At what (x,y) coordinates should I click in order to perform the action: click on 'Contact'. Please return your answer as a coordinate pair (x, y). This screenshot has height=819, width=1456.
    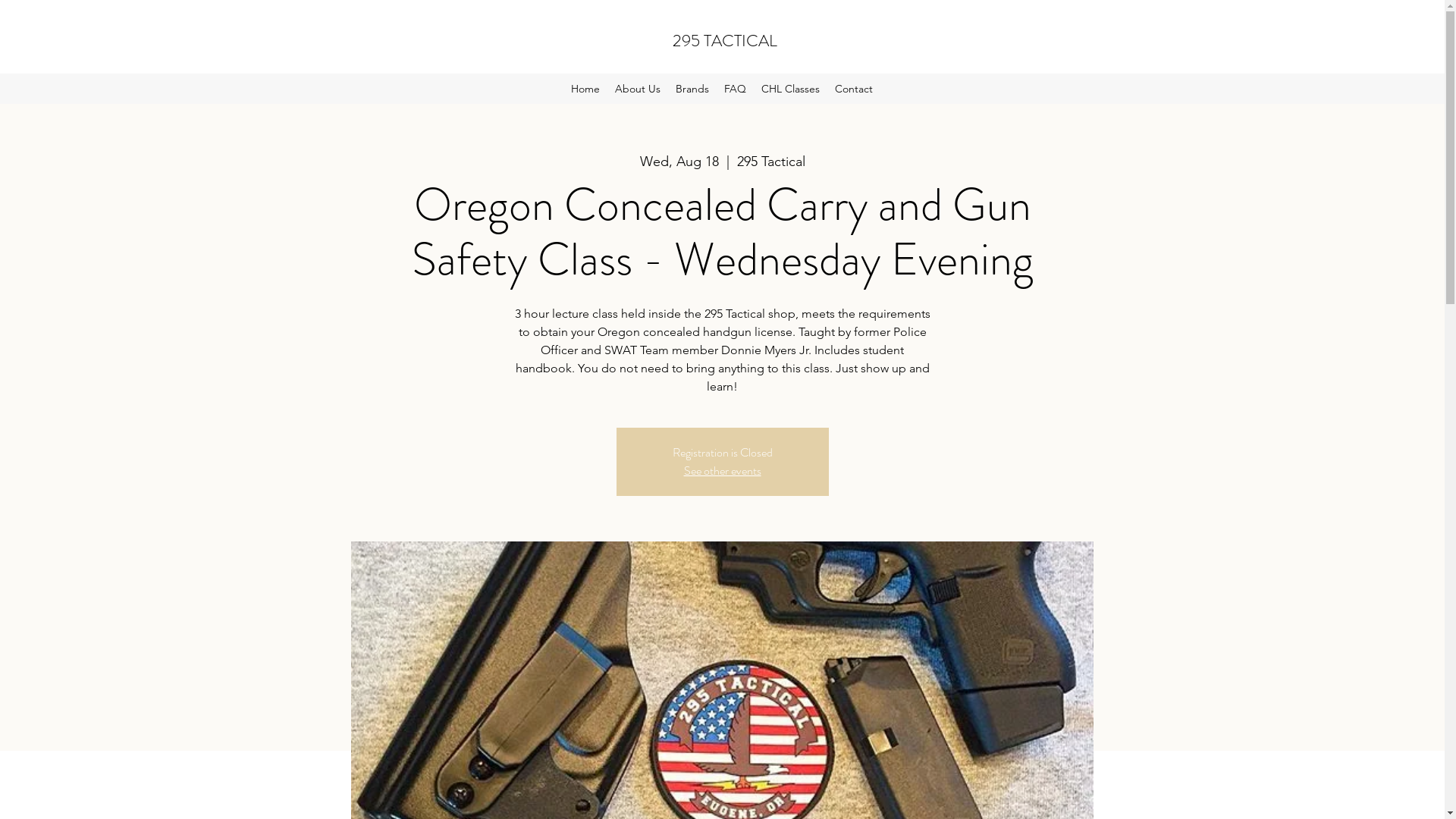
    Looking at the image, I should click on (826, 88).